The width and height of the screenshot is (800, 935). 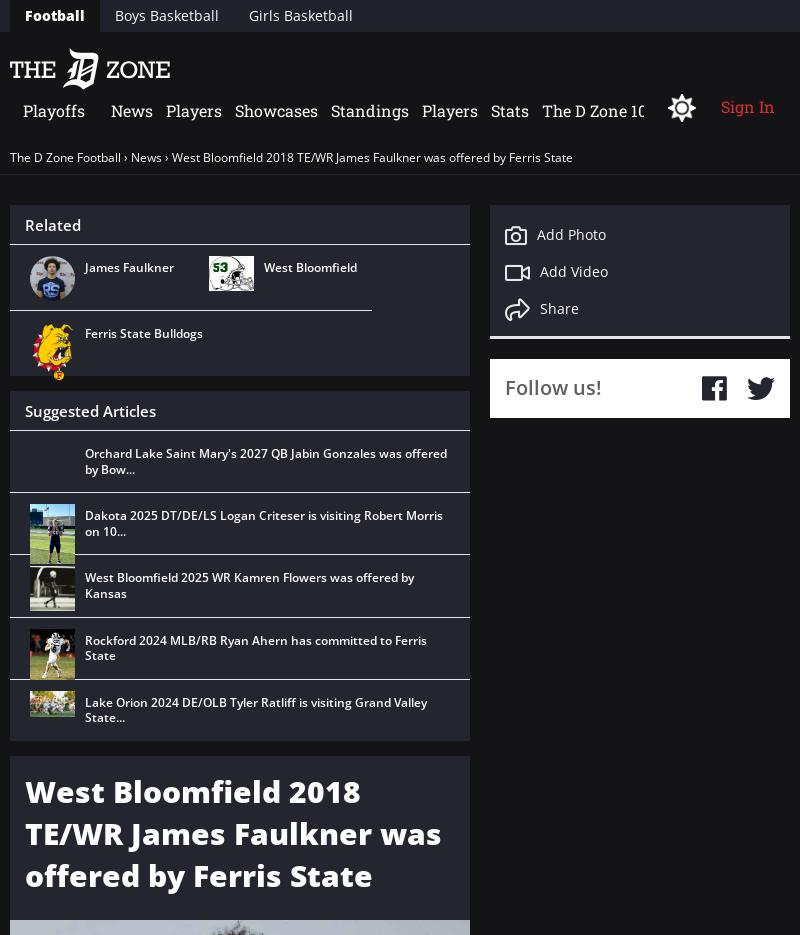 What do you see at coordinates (309, 266) in the screenshot?
I see `'West Bloomfield'` at bounding box center [309, 266].